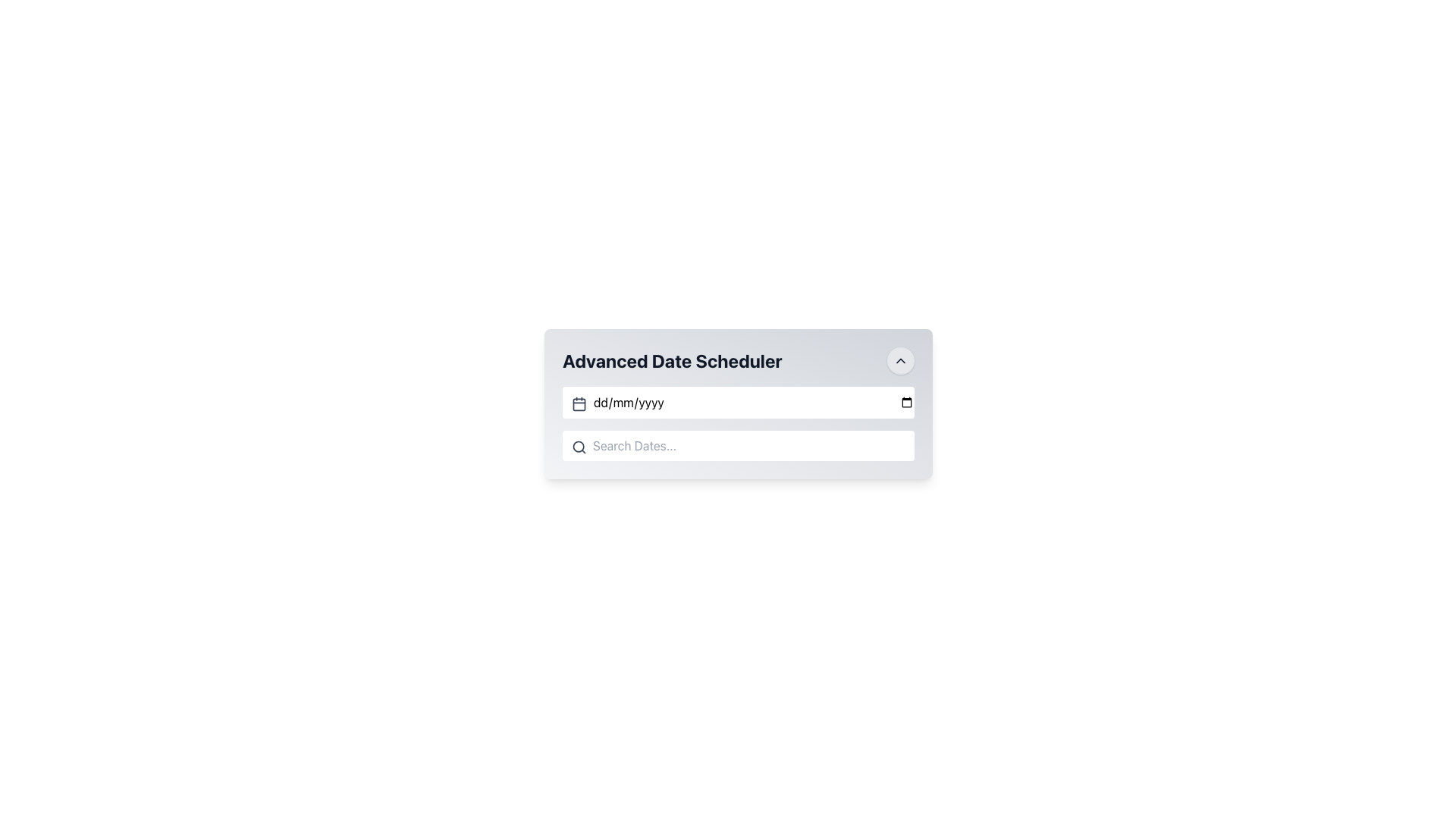 This screenshot has height=819, width=1456. Describe the element at coordinates (578, 403) in the screenshot. I see `the Decorative Box within the Calendar Icon, which is the main body of the calendar representation, located in the center of the icon` at that location.